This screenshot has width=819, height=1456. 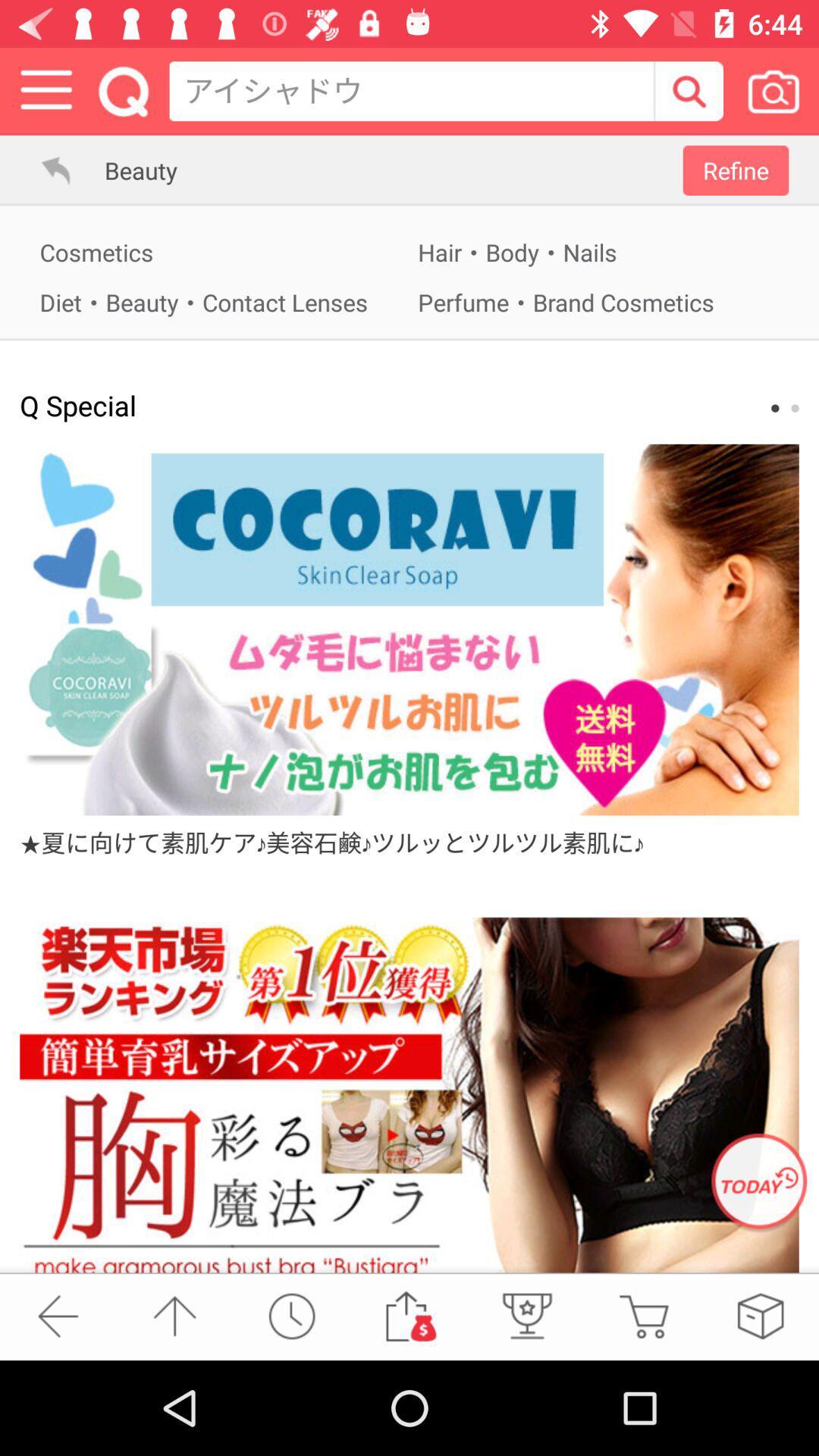 I want to click on text below the text body, so click(x=598, y=302).